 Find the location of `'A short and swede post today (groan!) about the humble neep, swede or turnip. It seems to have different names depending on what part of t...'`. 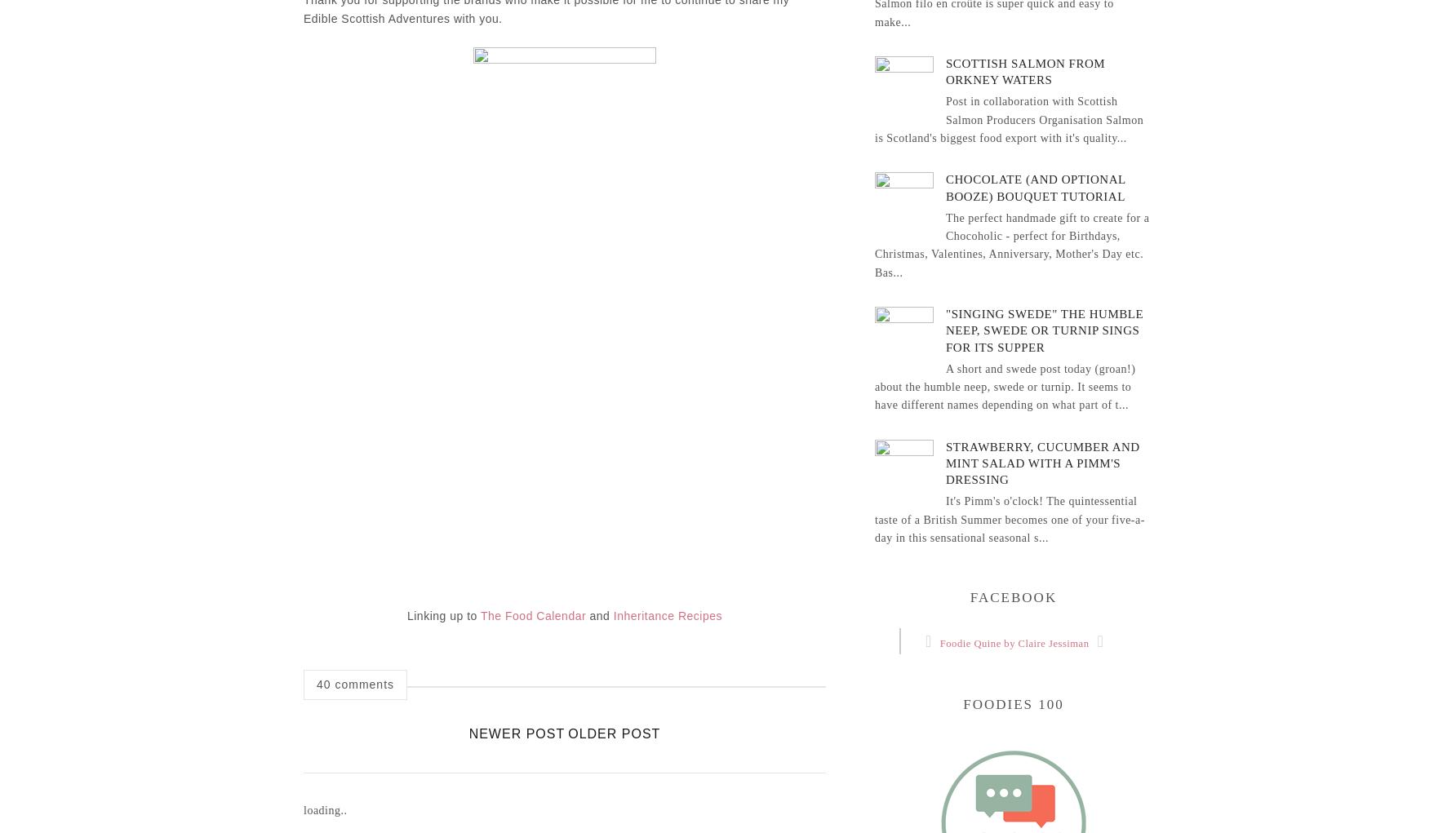

'A short and swede post today (groan!) about the humble neep, swede or turnip. It seems to have different names depending on what part of t...' is located at coordinates (1004, 386).